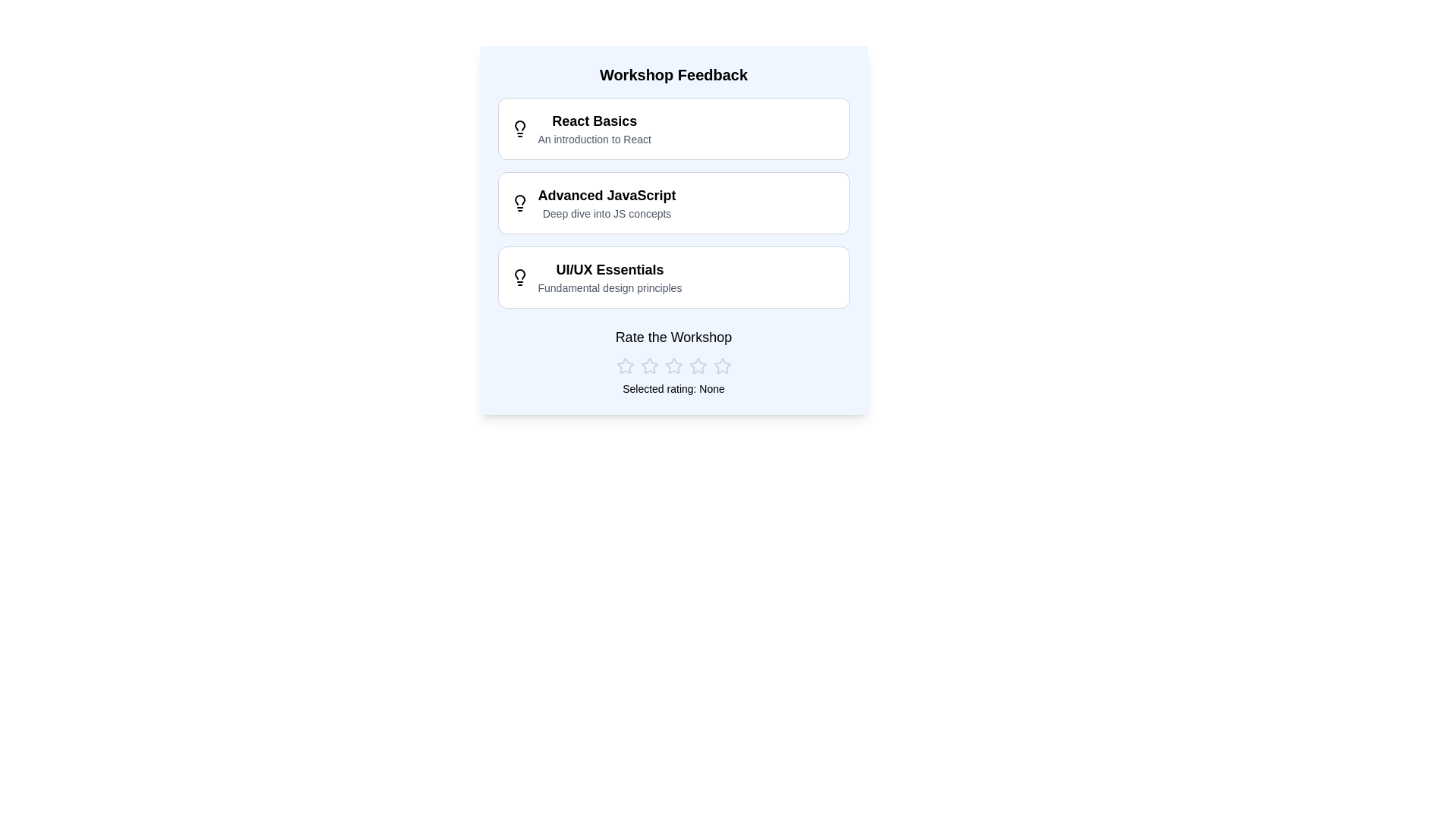 The image size is (1456, 819). What do you see at coordinates (673, 202) in the screenshot?
I see `on the informational Text label for the workshop on Advanced JavaScript, which is the second item in a vertically arranged list of cards` at bounding box center [673, 202].